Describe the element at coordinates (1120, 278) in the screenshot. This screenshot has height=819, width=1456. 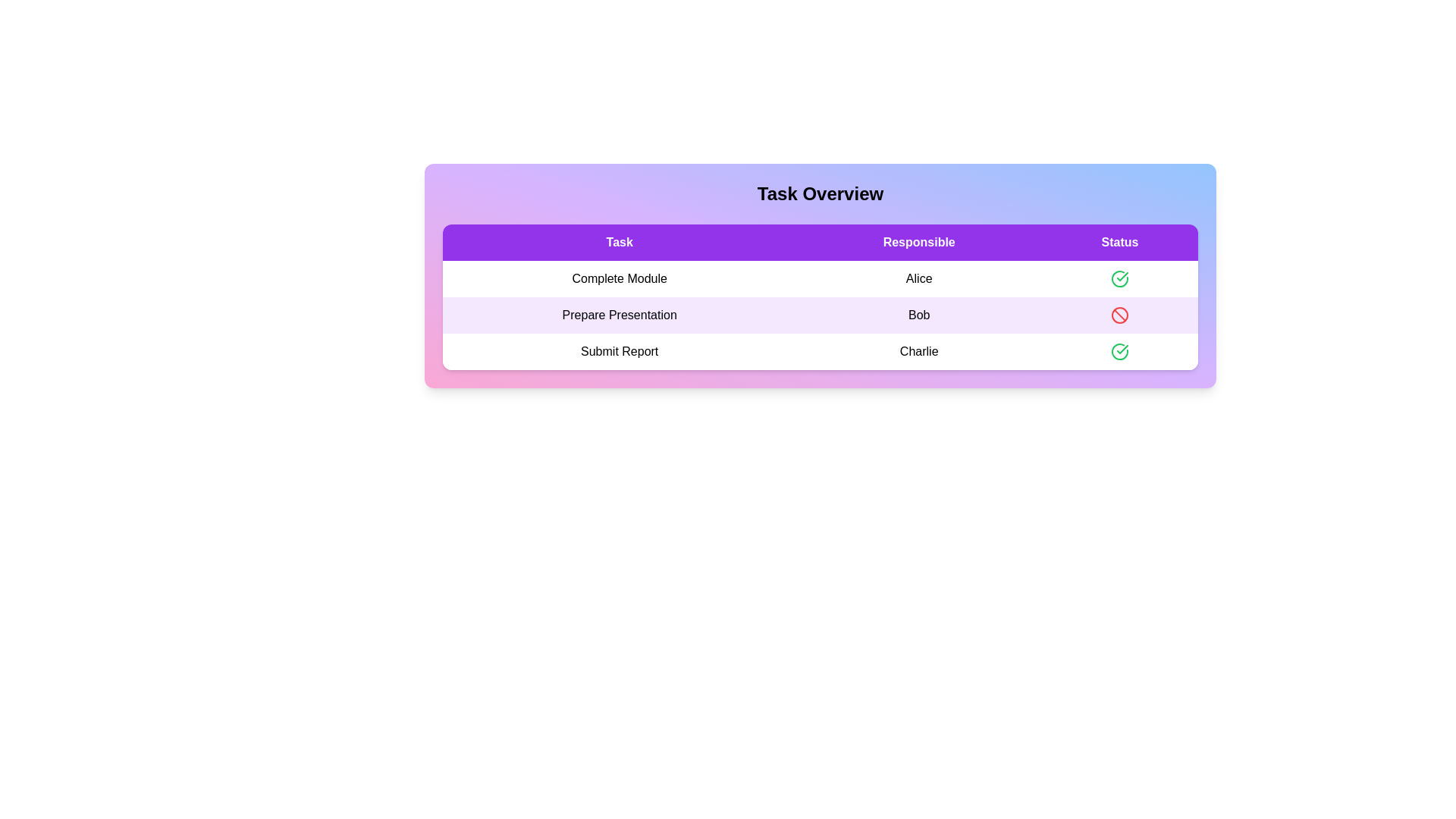
I see `the green circular icon with a checkmark inside, located` at that location.